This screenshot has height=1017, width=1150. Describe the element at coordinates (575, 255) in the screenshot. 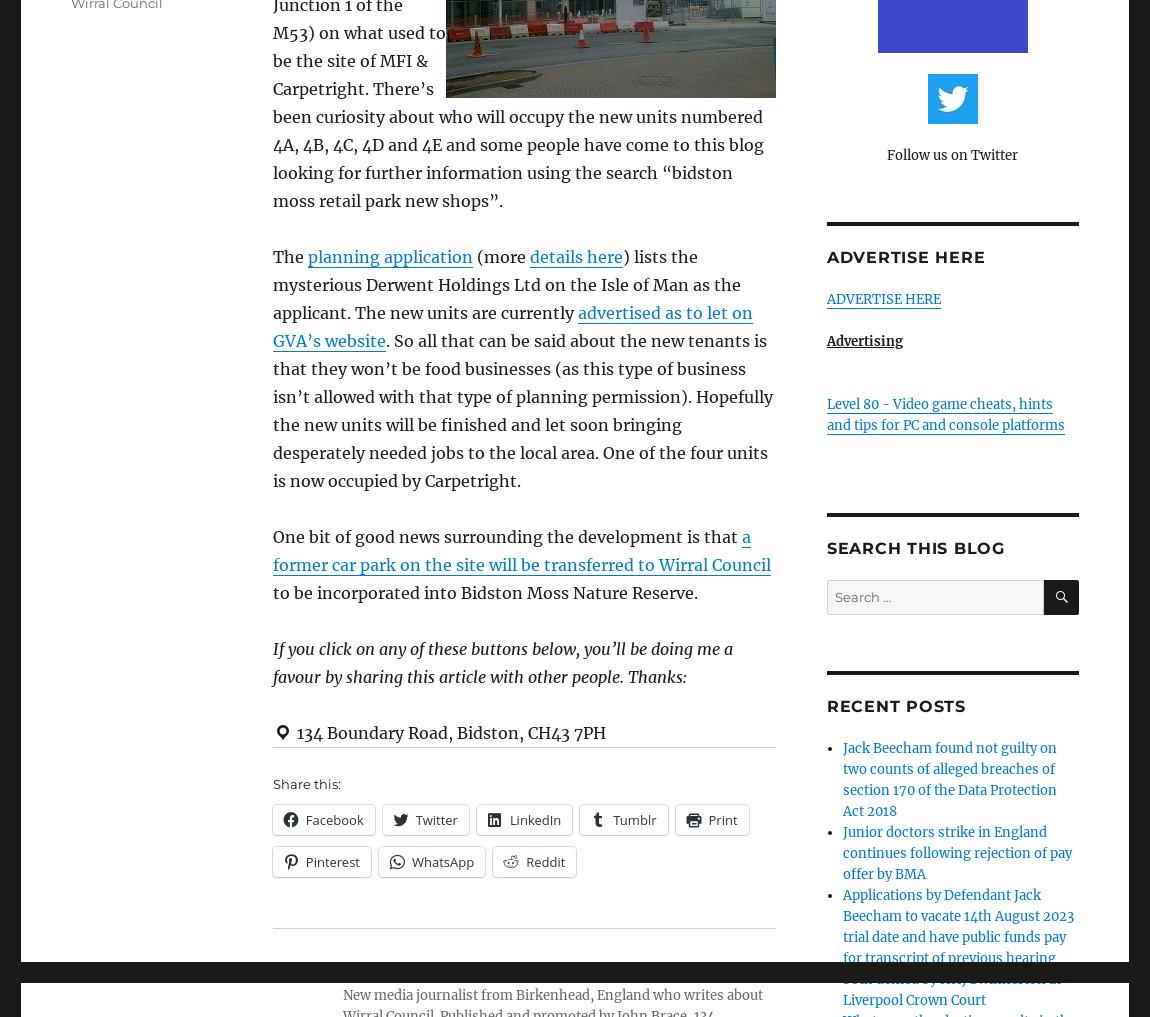

I see `'details here'` at that location.